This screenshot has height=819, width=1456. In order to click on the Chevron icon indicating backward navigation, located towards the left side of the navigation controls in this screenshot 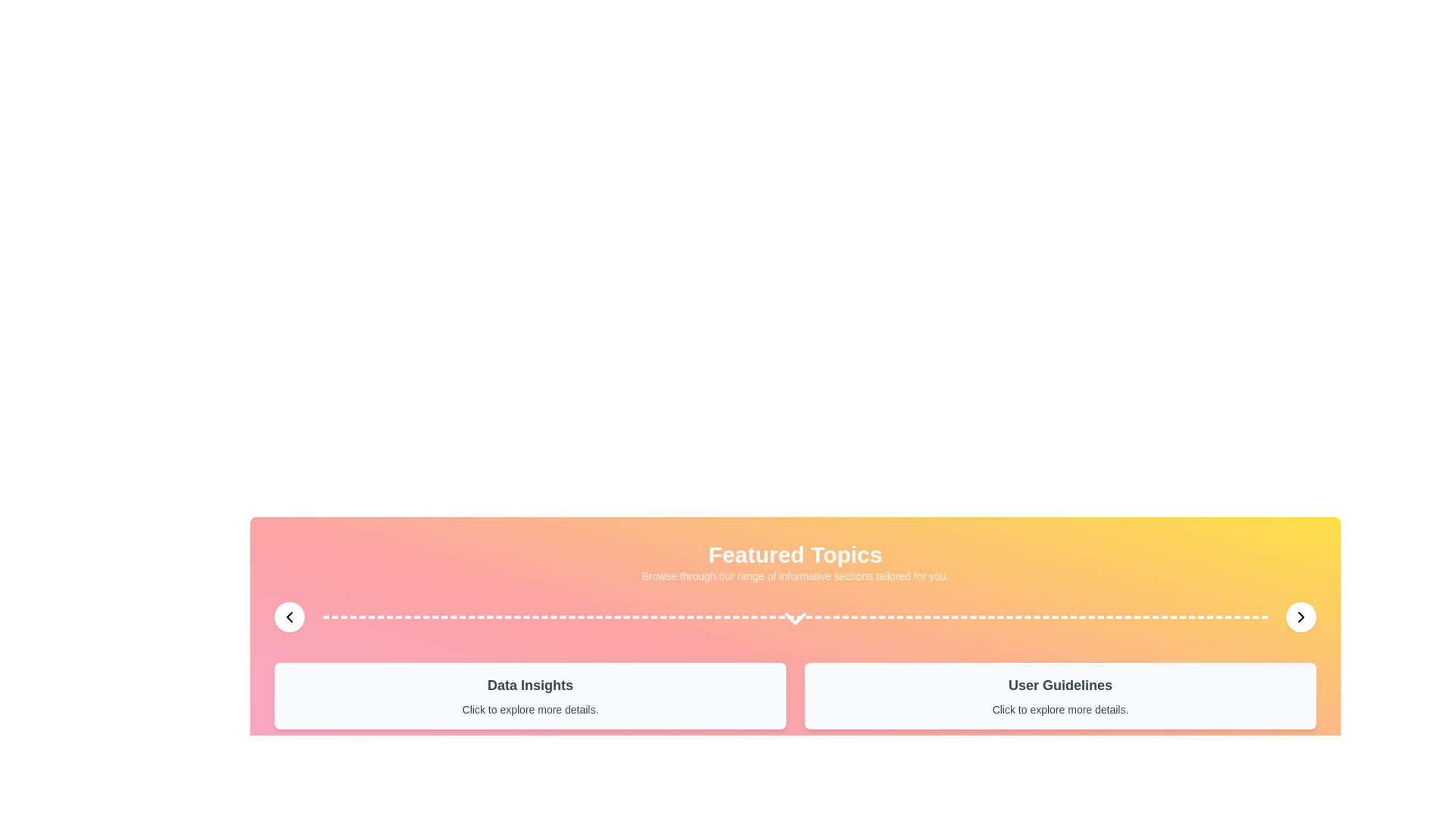, I will do `click(290, 617)`.